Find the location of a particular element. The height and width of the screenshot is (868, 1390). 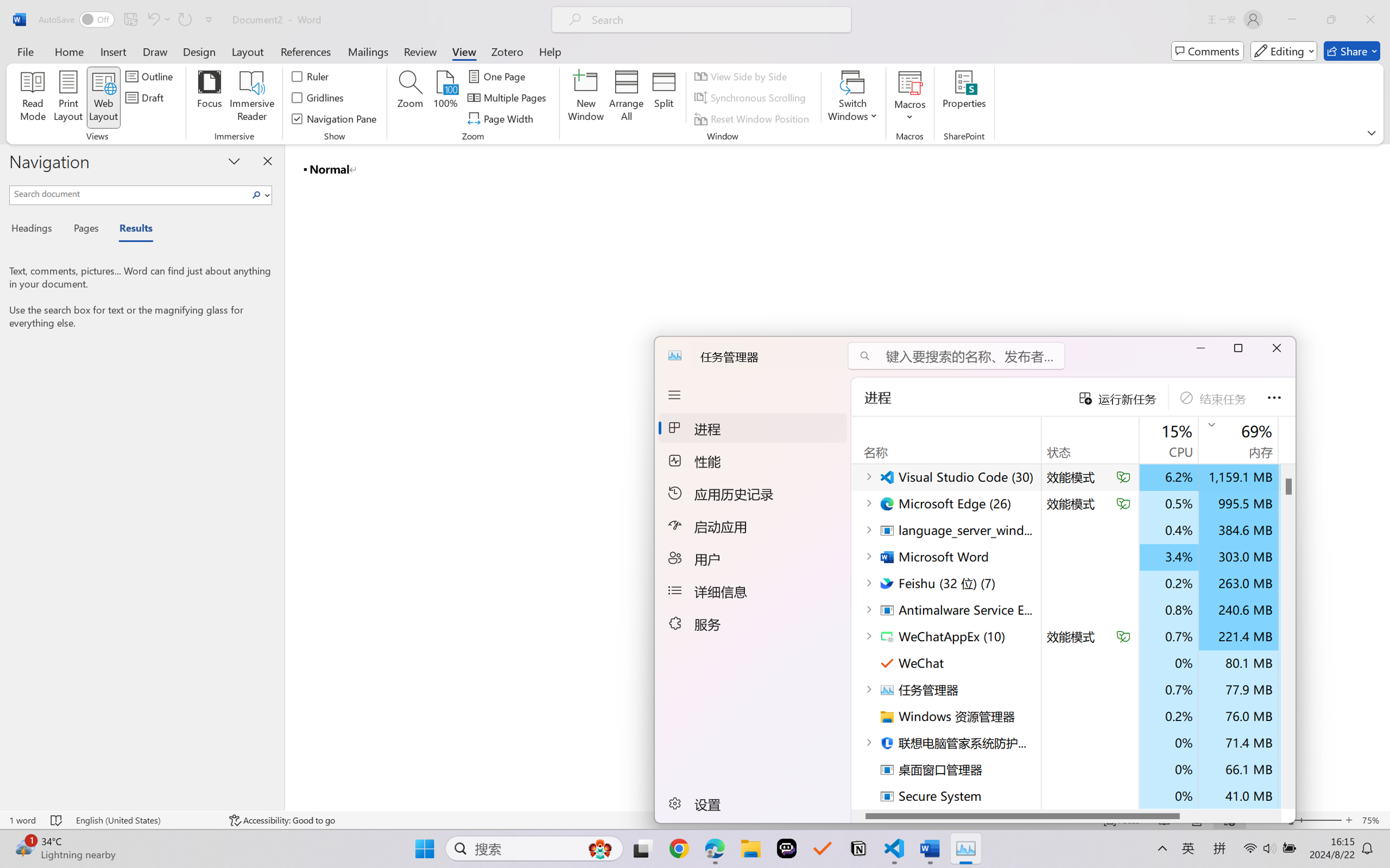

'New Window' is located at coordinates (586, 98).